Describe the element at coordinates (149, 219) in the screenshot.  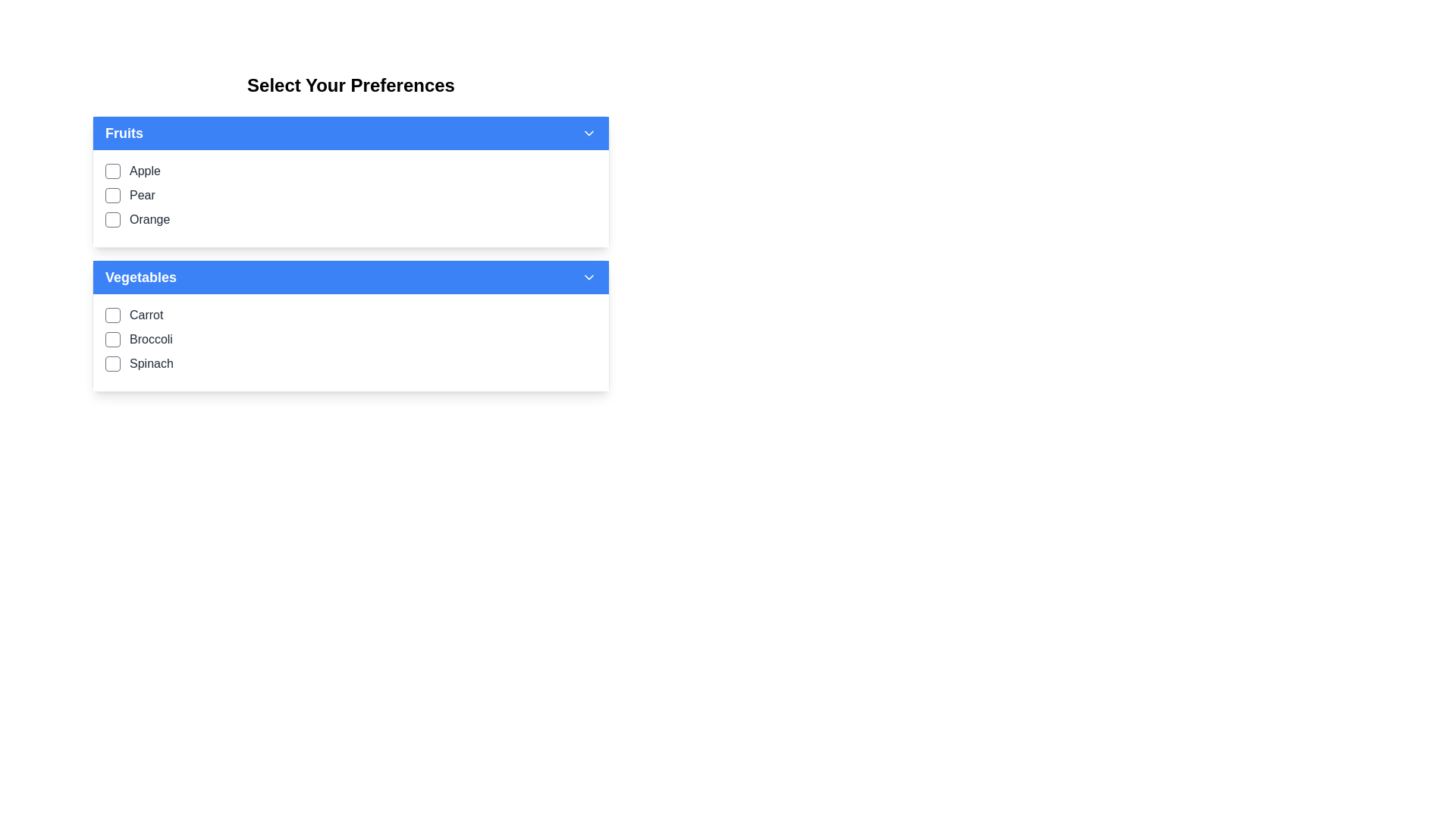
I see `the text label reading 'Orange' which is styled in gray and positioned under the 'Fruits' category, next to a checkbox` at that location.